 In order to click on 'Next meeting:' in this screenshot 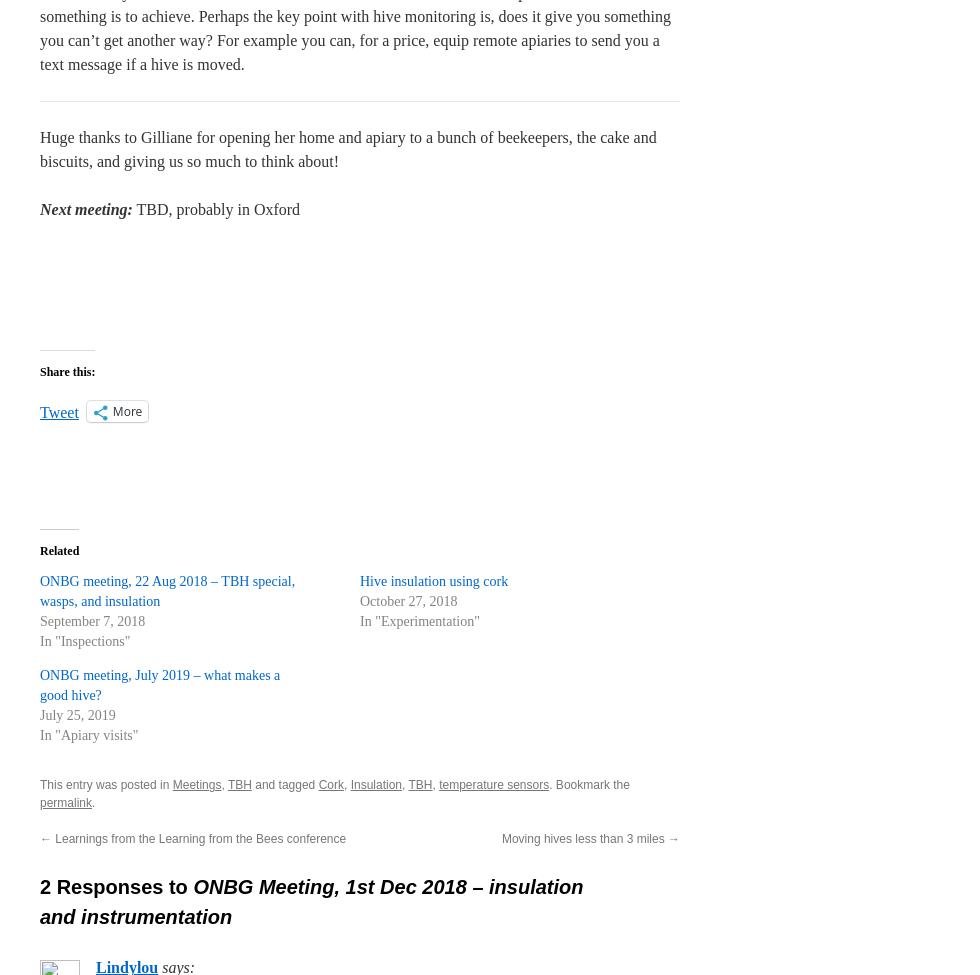, I will do `click(86, 209)`.